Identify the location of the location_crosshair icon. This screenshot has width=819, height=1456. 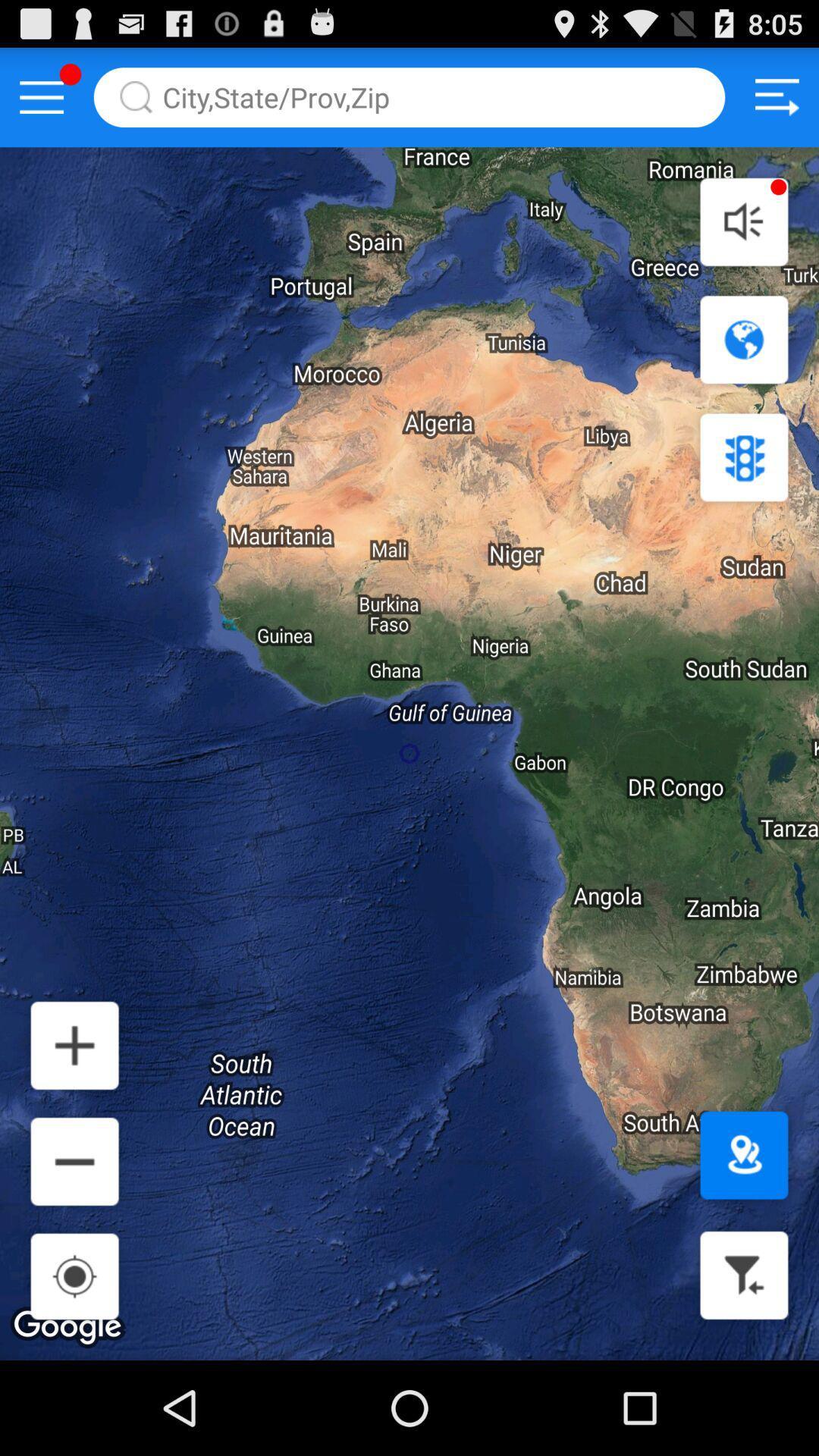
(74, 1366).